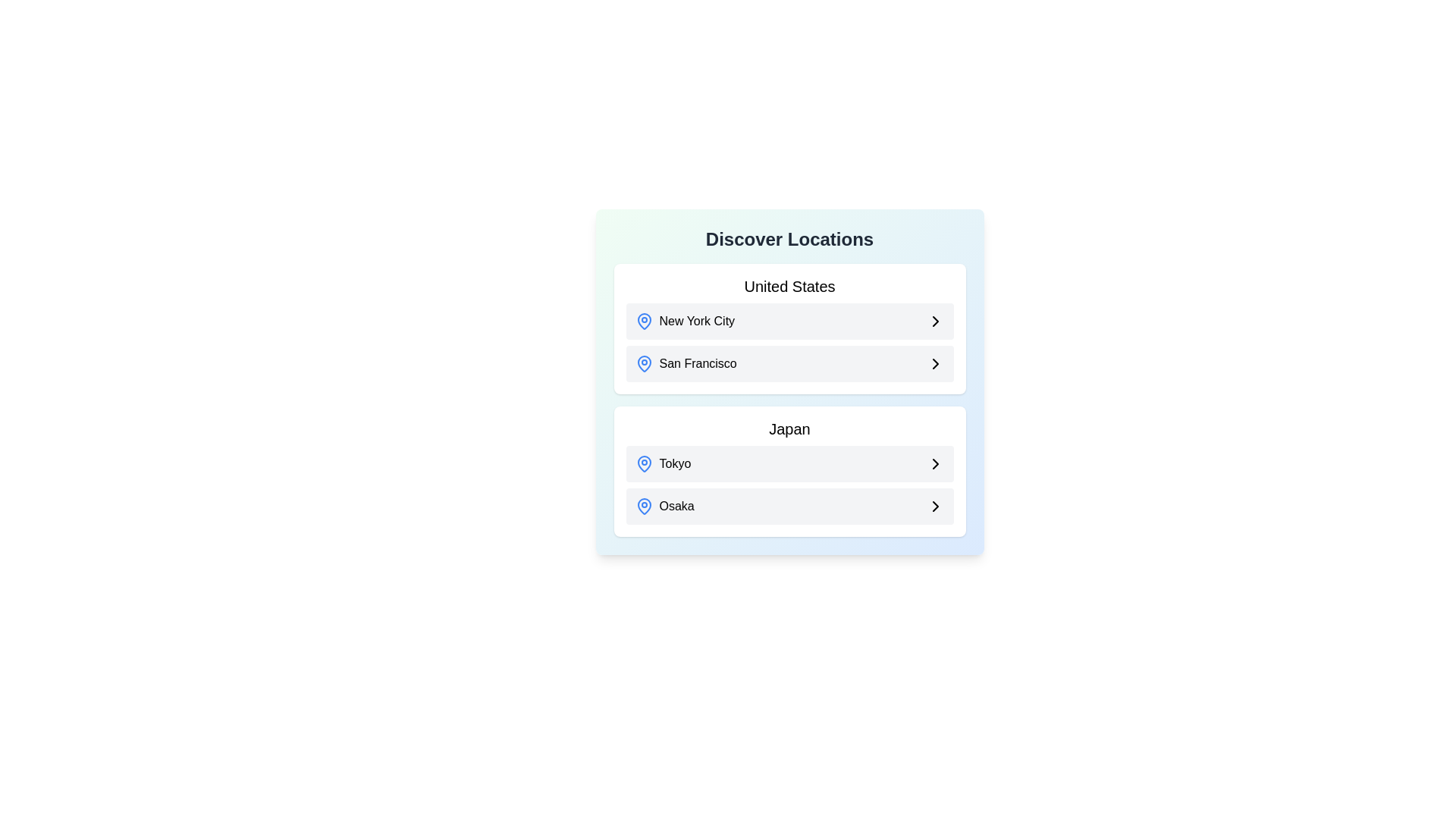 Image resolution: width=1456 pixels, height=819 pixels. What do you see at coordinates (644, 363) in the screenshot?
I see `the blue-colored map pin icon located to the left of the text 'San Francisco' in the second row of the 'United States' section under the header 'Discover Locations.'` at bounding box center [644, 363].